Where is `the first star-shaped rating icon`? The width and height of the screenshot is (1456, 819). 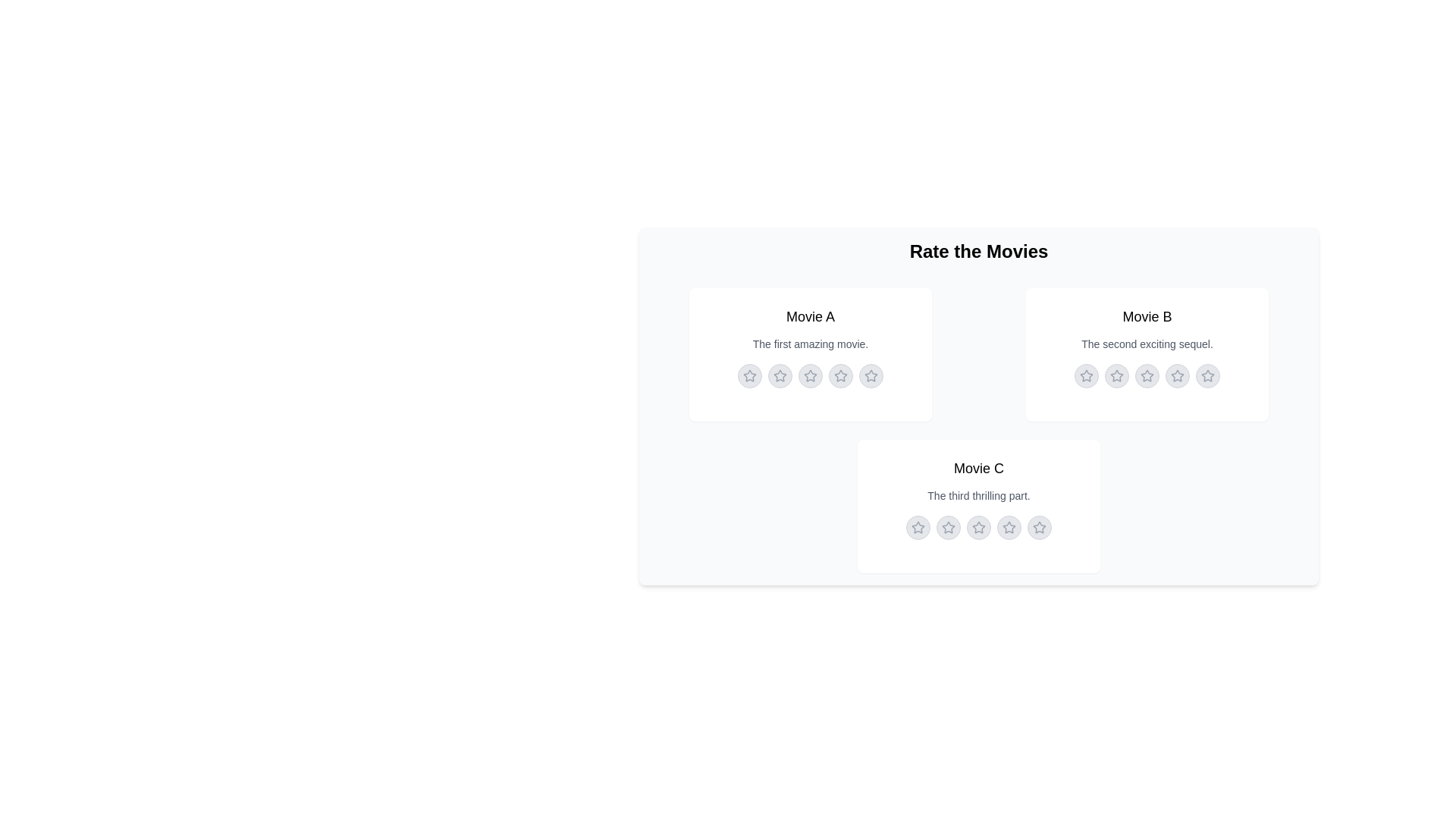
the first star-shaped rating icon is located at coordinates (749, 375).